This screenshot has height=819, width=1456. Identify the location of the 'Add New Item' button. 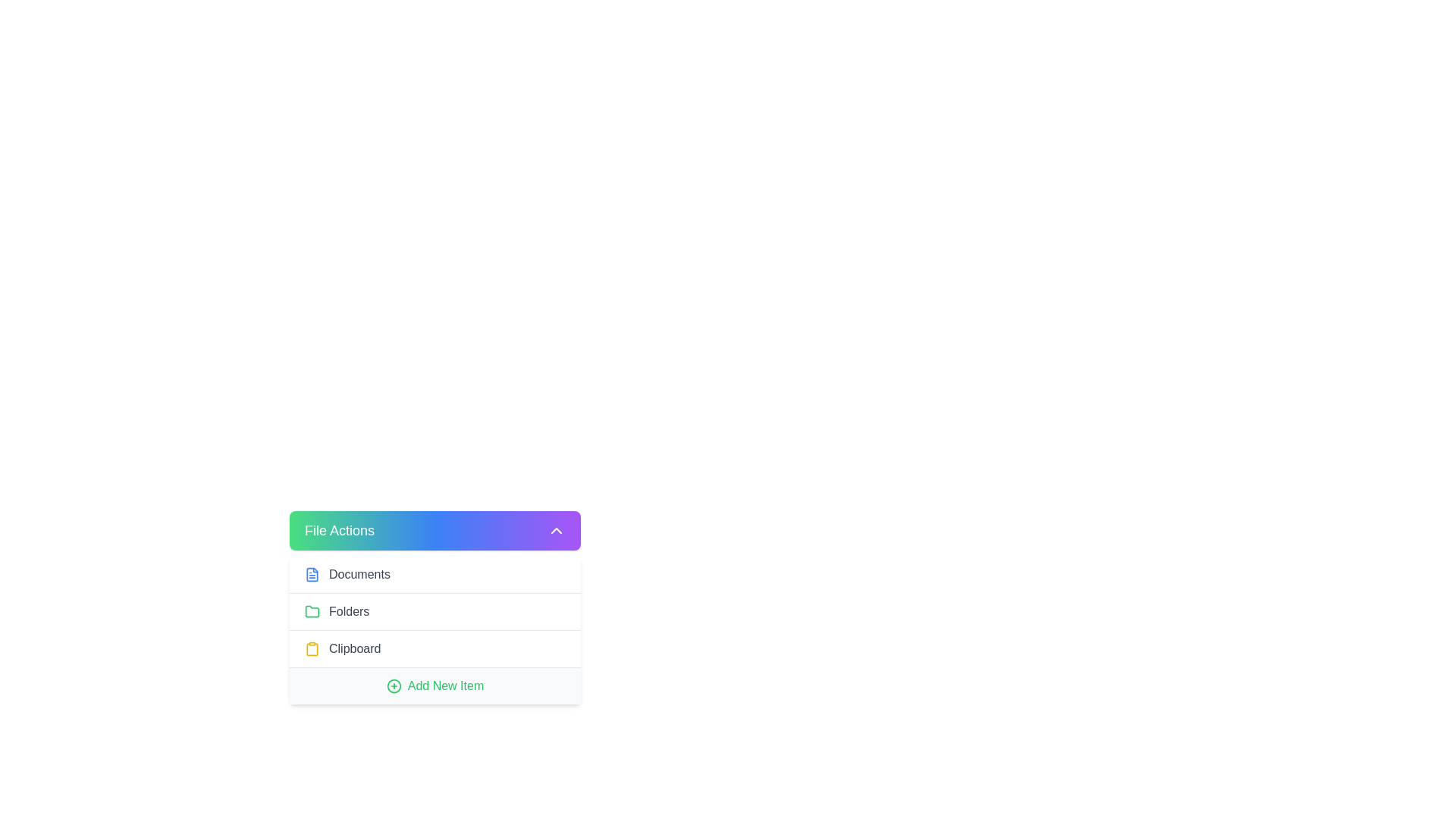
(435, 686).